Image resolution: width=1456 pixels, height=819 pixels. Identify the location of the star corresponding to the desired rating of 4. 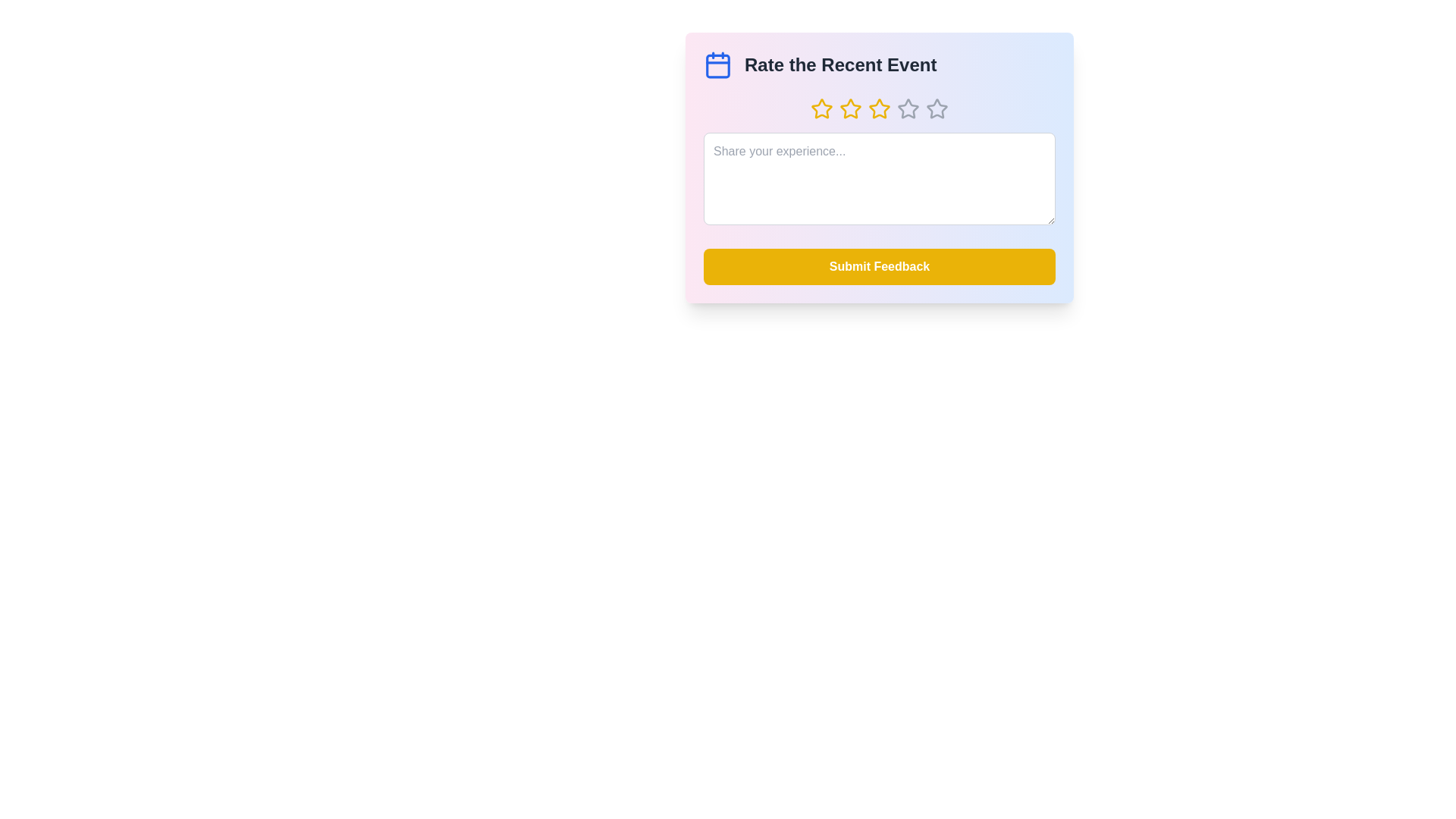
(908, 108).